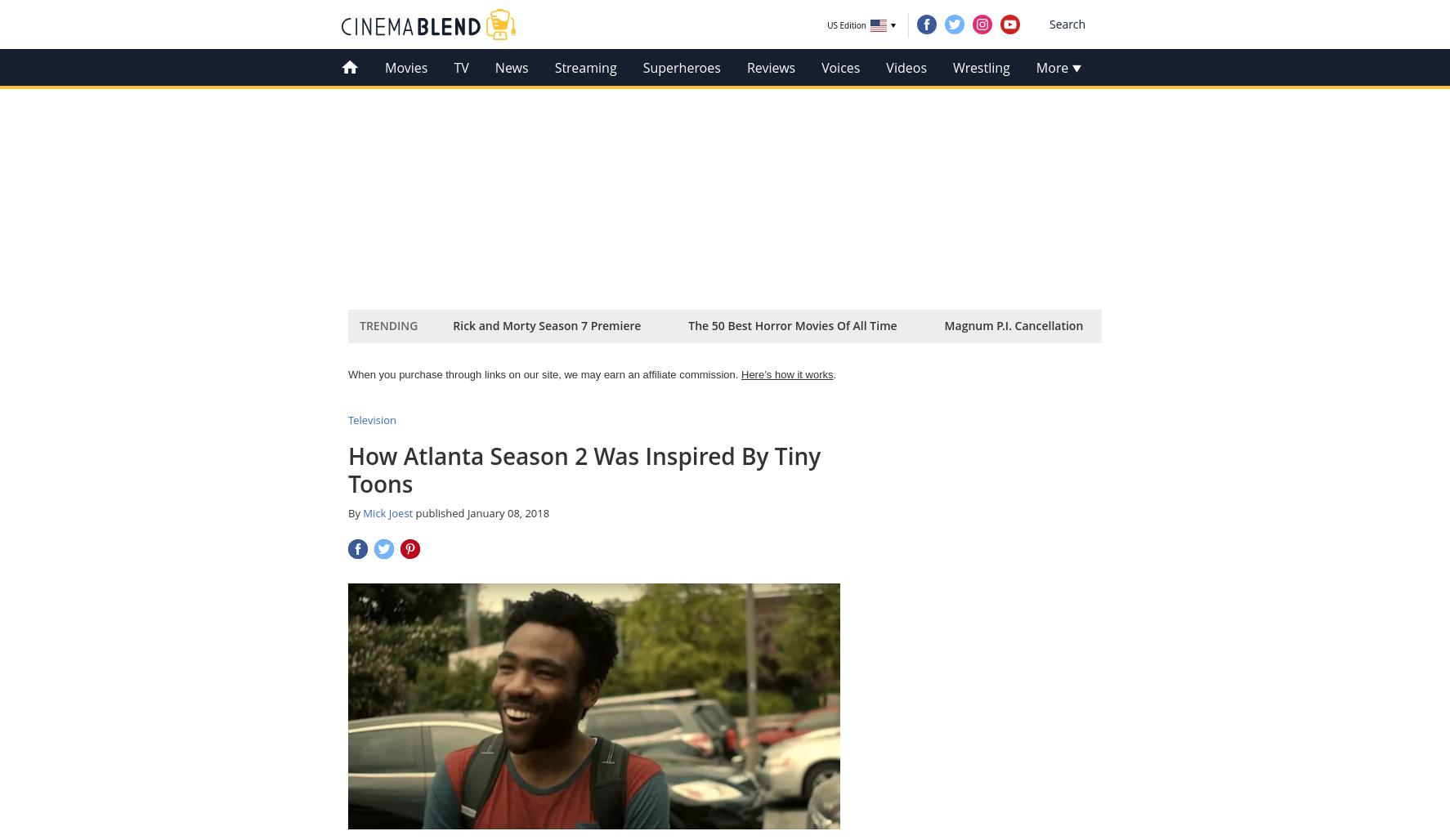 This screenshot has width=1450, height=840. Describe the element at coordinates (544, 373) in the screenshot. I see `'When you purchase through links on our site, we may earn an affiliate commission.'` at that location.